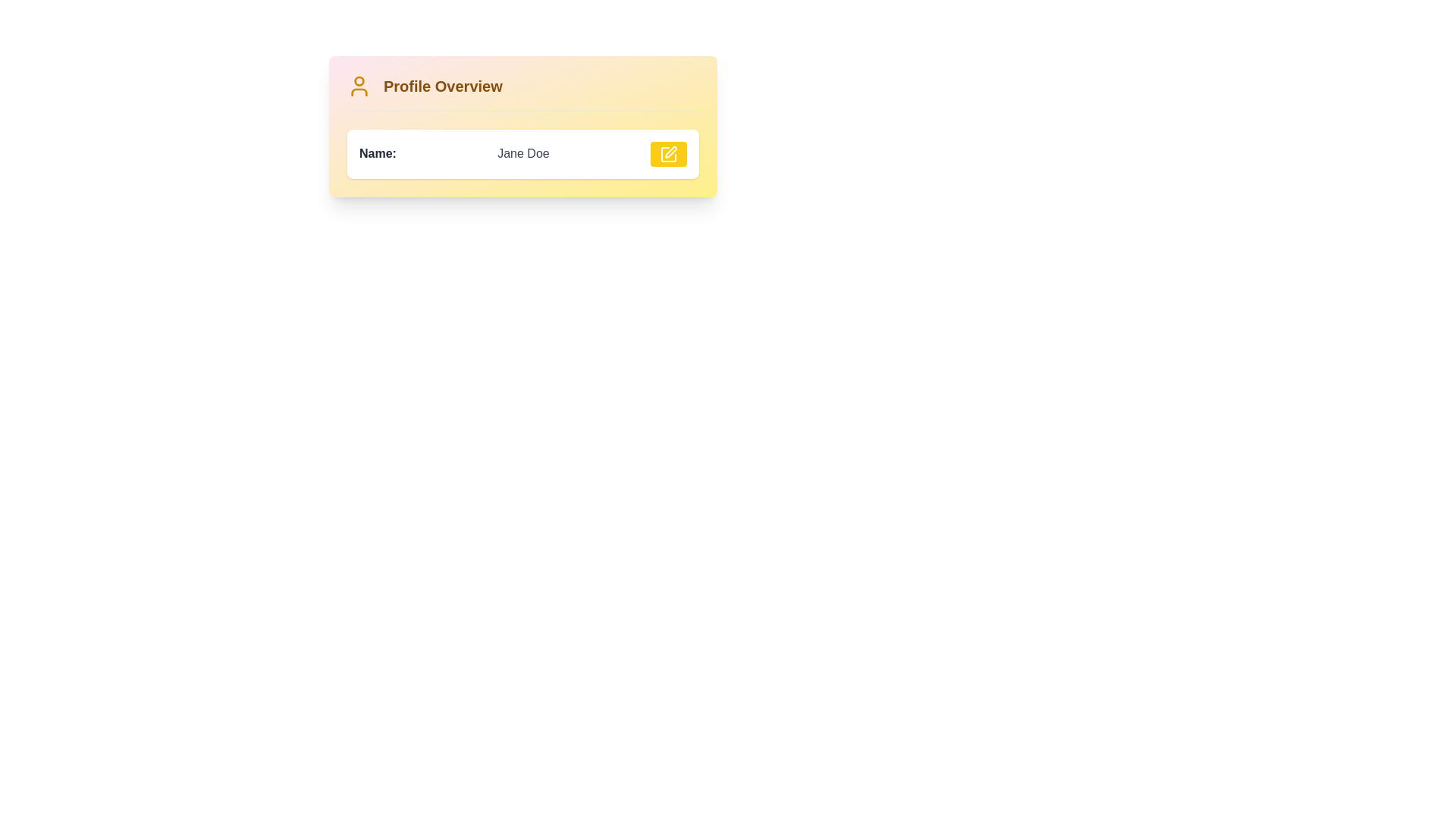  What do you see at coordinates (668, 154) in the screenshot?
I see `the edit Icon button located in the 'Profile Overview' card to the right of the label 'Name:' and the content 'Jane Doe' to initiate an edit action` at bounding box center [668, 154].